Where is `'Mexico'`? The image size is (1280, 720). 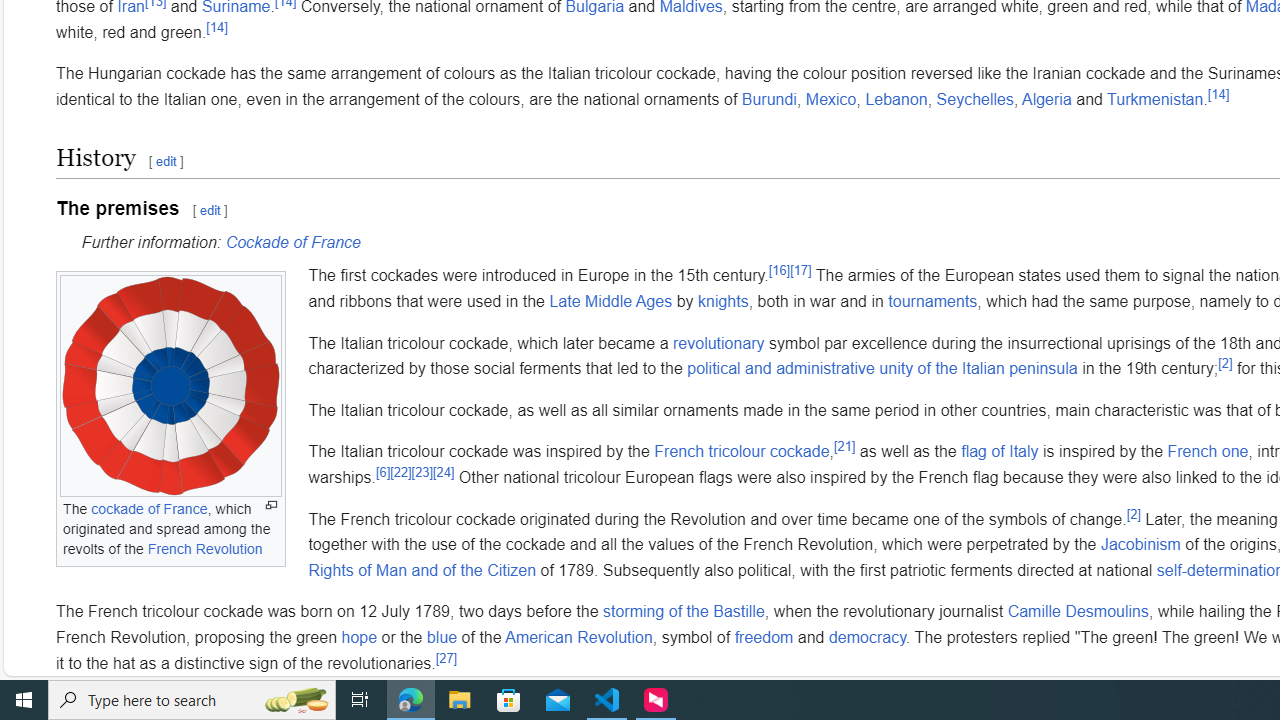
'Mexico' is located at coordinates (831, 99).